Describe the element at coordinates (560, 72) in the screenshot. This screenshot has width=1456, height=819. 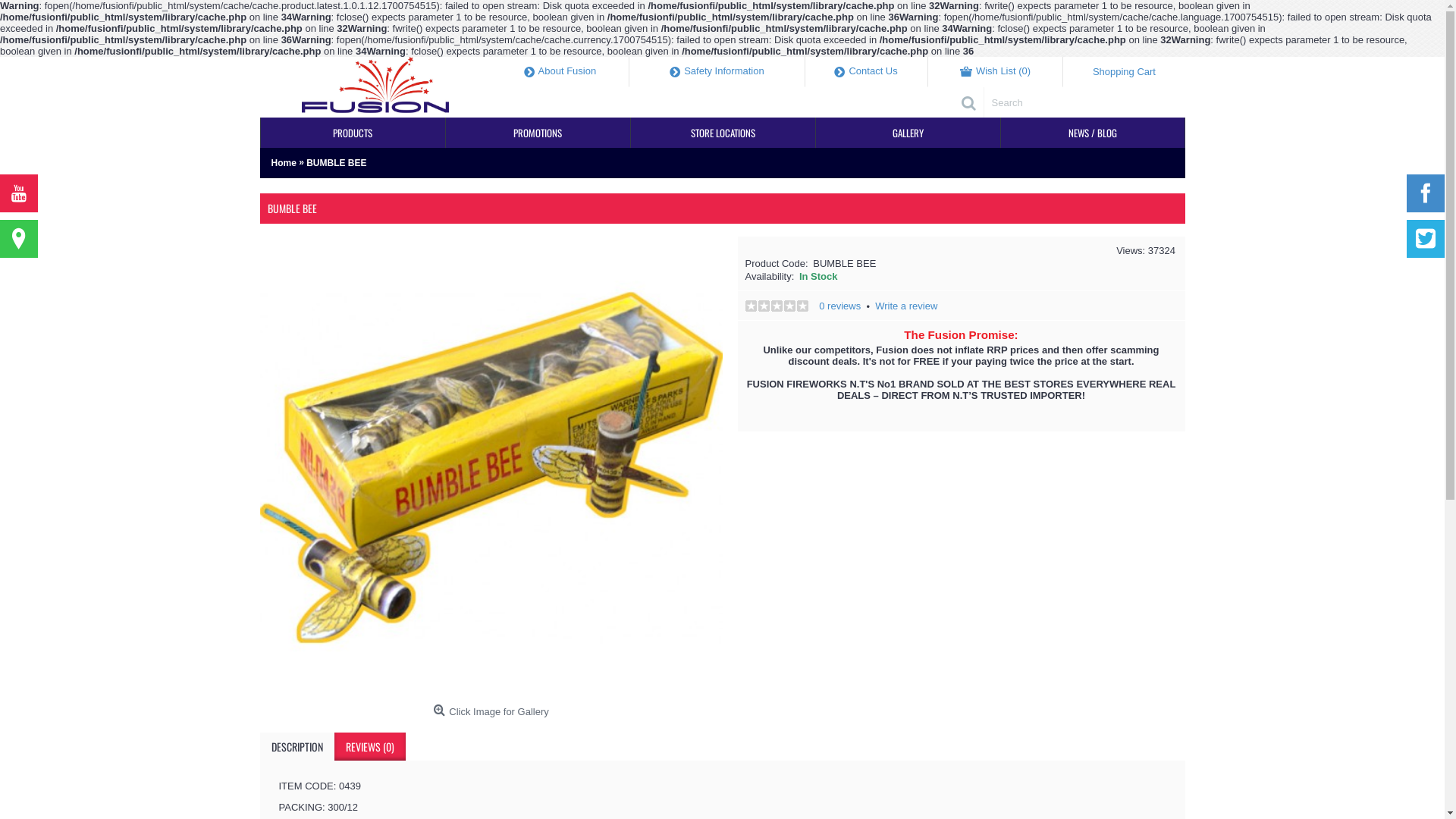
I see `'About Fusion'` at that location.